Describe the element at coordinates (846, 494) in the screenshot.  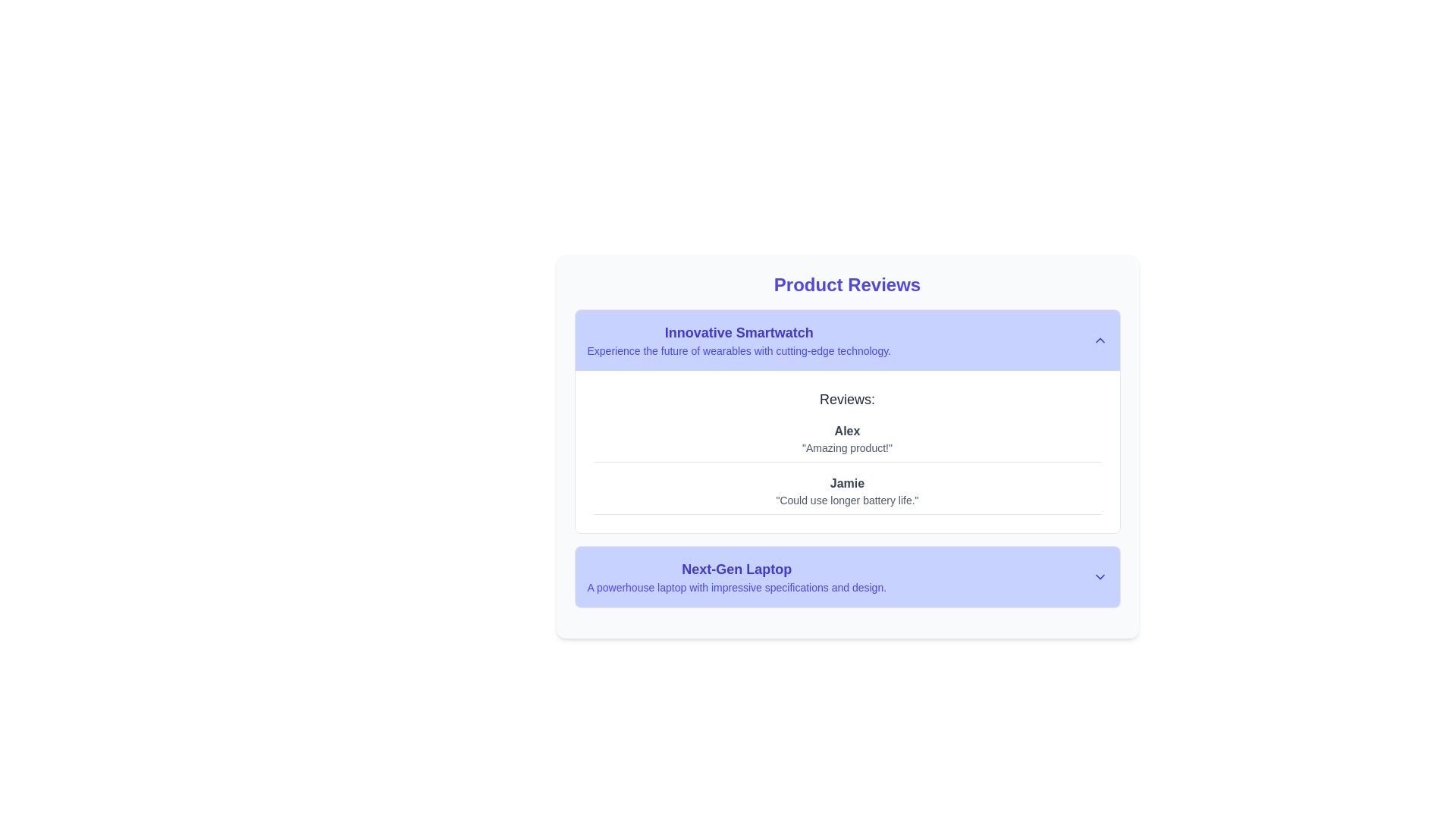
I see `the second review entry in the 'Reviews:' section, which consists of a reviewer name and their comment` at that location.